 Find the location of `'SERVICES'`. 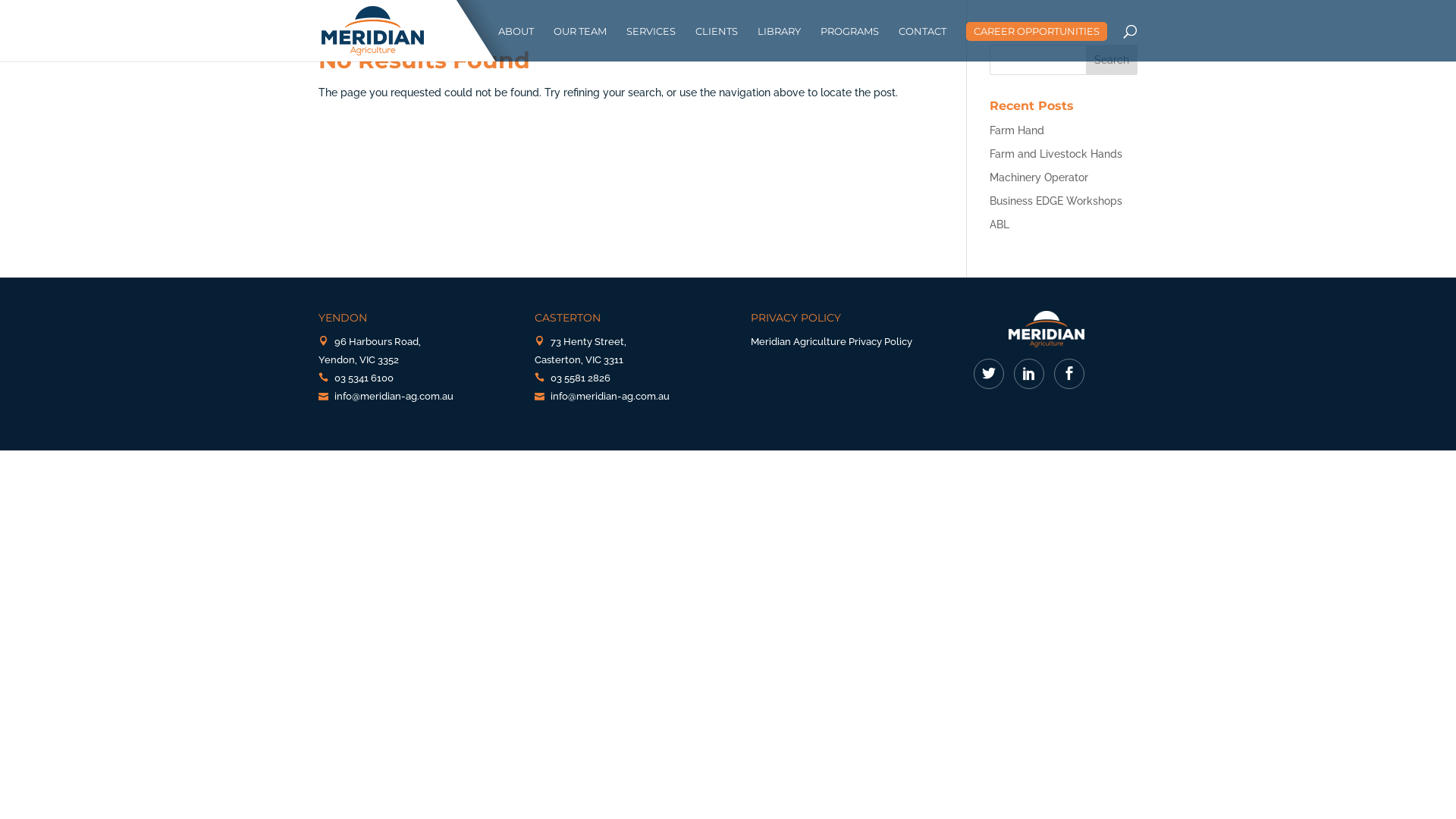

'SERVICES' is located at coordinates (626, 42).